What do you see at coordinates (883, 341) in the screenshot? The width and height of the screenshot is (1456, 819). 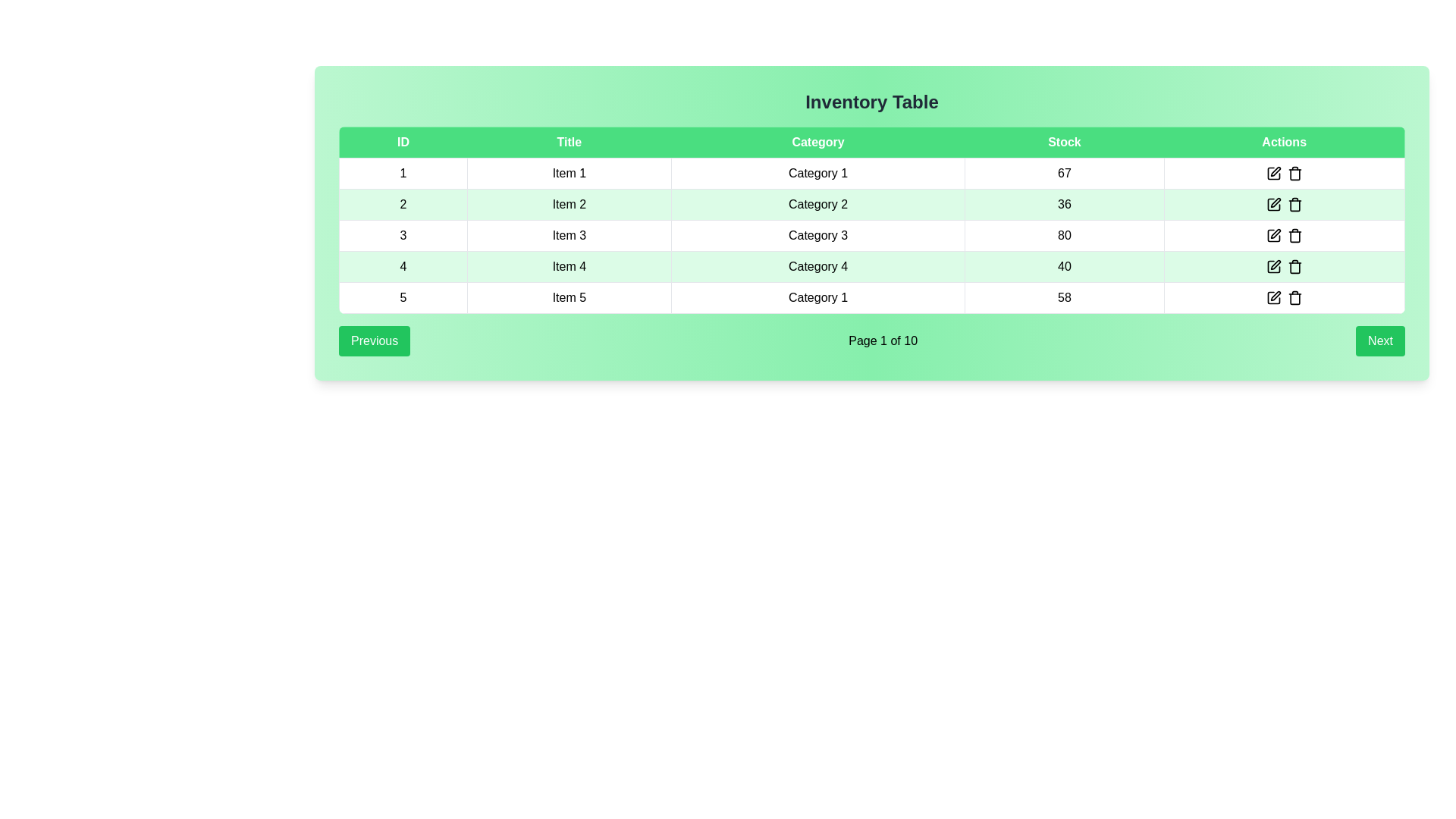 I see `the text label that displays the current page number and total pages in the pagination control group at the bottom of the table interface` at bounding box center [883, 341].